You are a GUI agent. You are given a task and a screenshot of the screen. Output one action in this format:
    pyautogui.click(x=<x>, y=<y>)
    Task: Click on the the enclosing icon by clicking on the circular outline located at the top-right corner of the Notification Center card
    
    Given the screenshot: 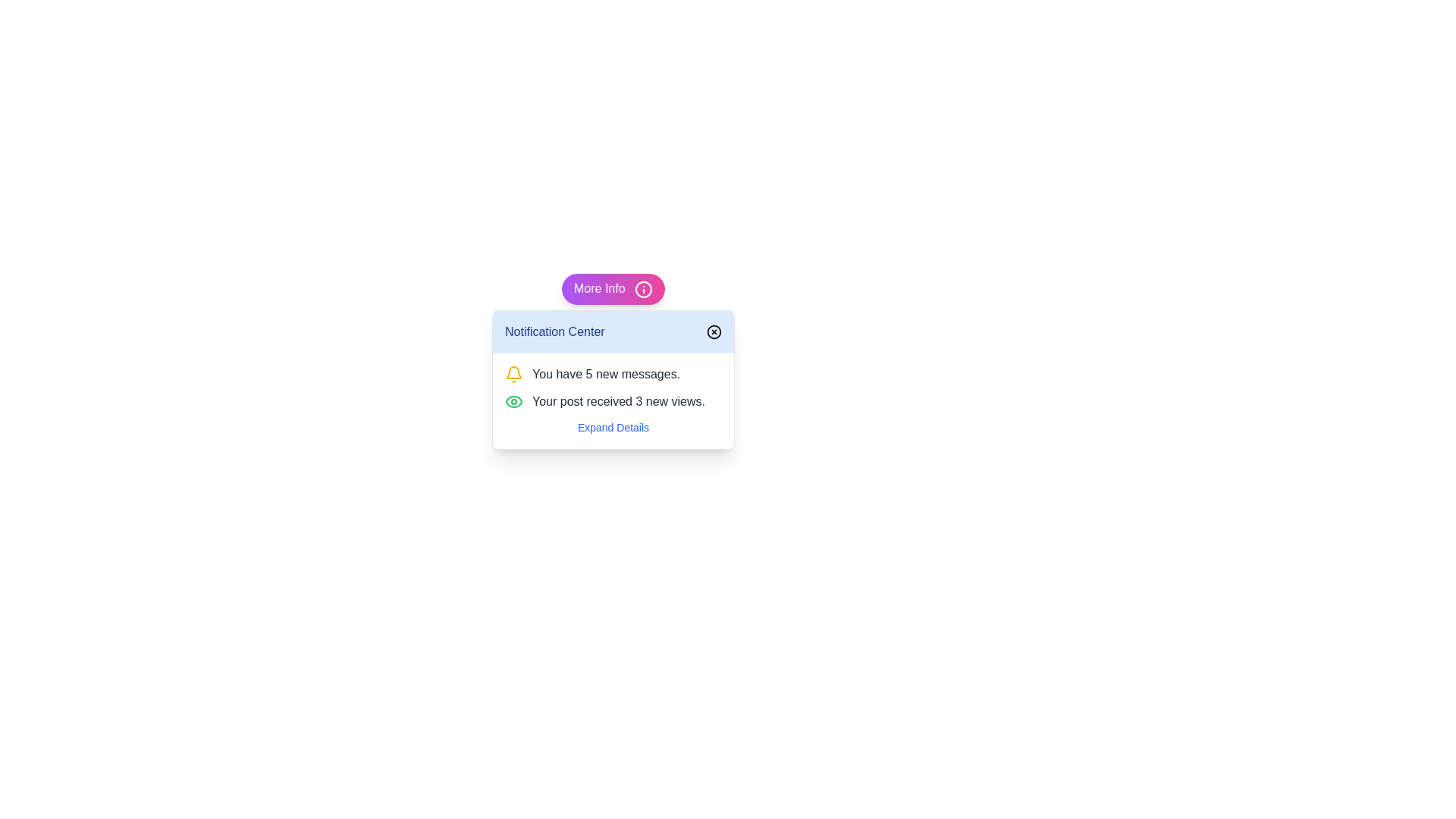 What is the action you would take?
    pyautogui.click(x=713, y=331)
    